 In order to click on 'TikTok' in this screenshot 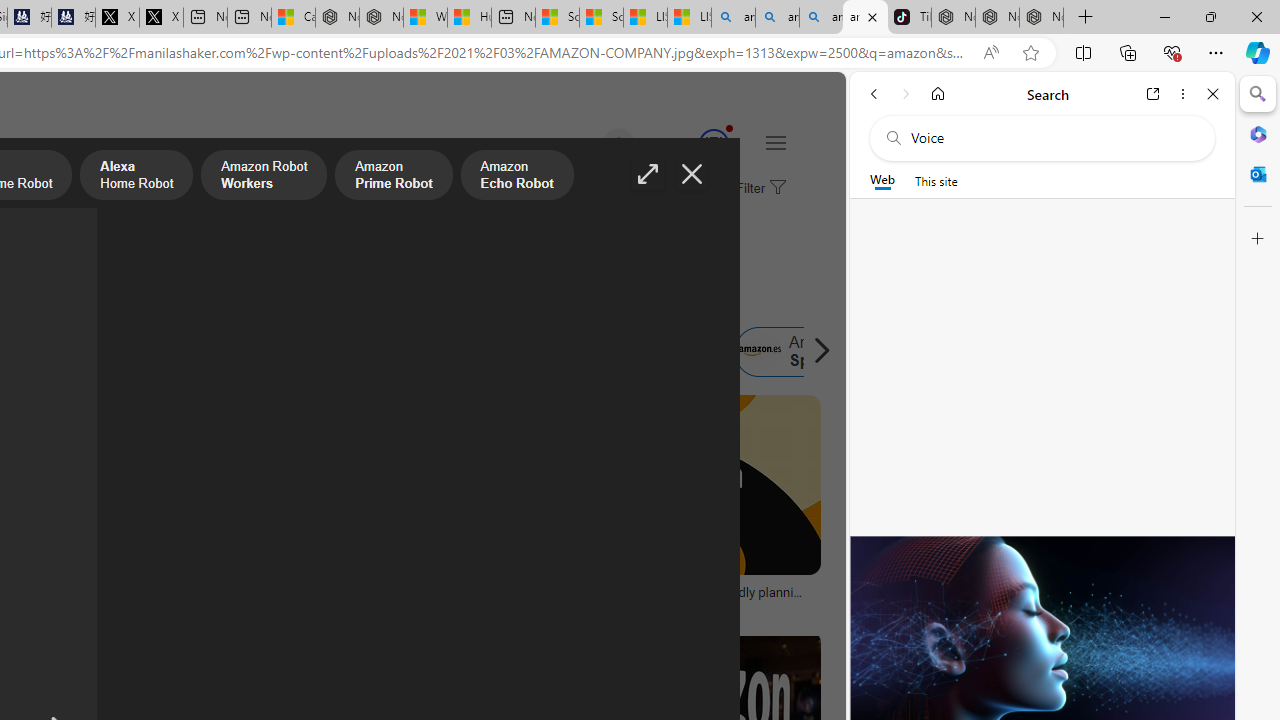, I will do `click(908, 17)`.